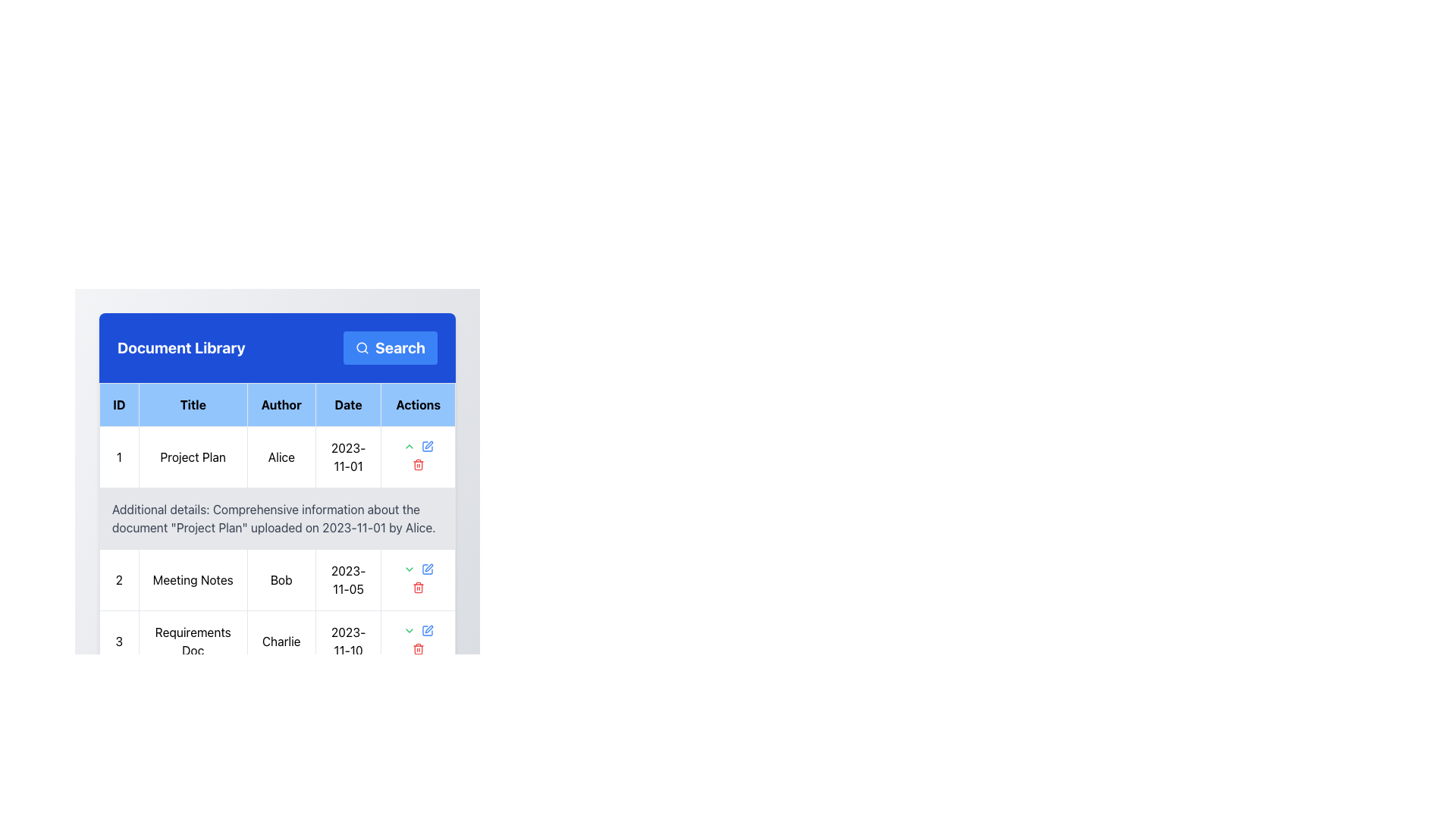 Image resolution: width=1456 pixels, height=819 pixels. I want to click on the 'Edit' icon button located in the 'Actions' column of the second row for the 'Meeting Notes' document to initiate editing, so click(426, 570).